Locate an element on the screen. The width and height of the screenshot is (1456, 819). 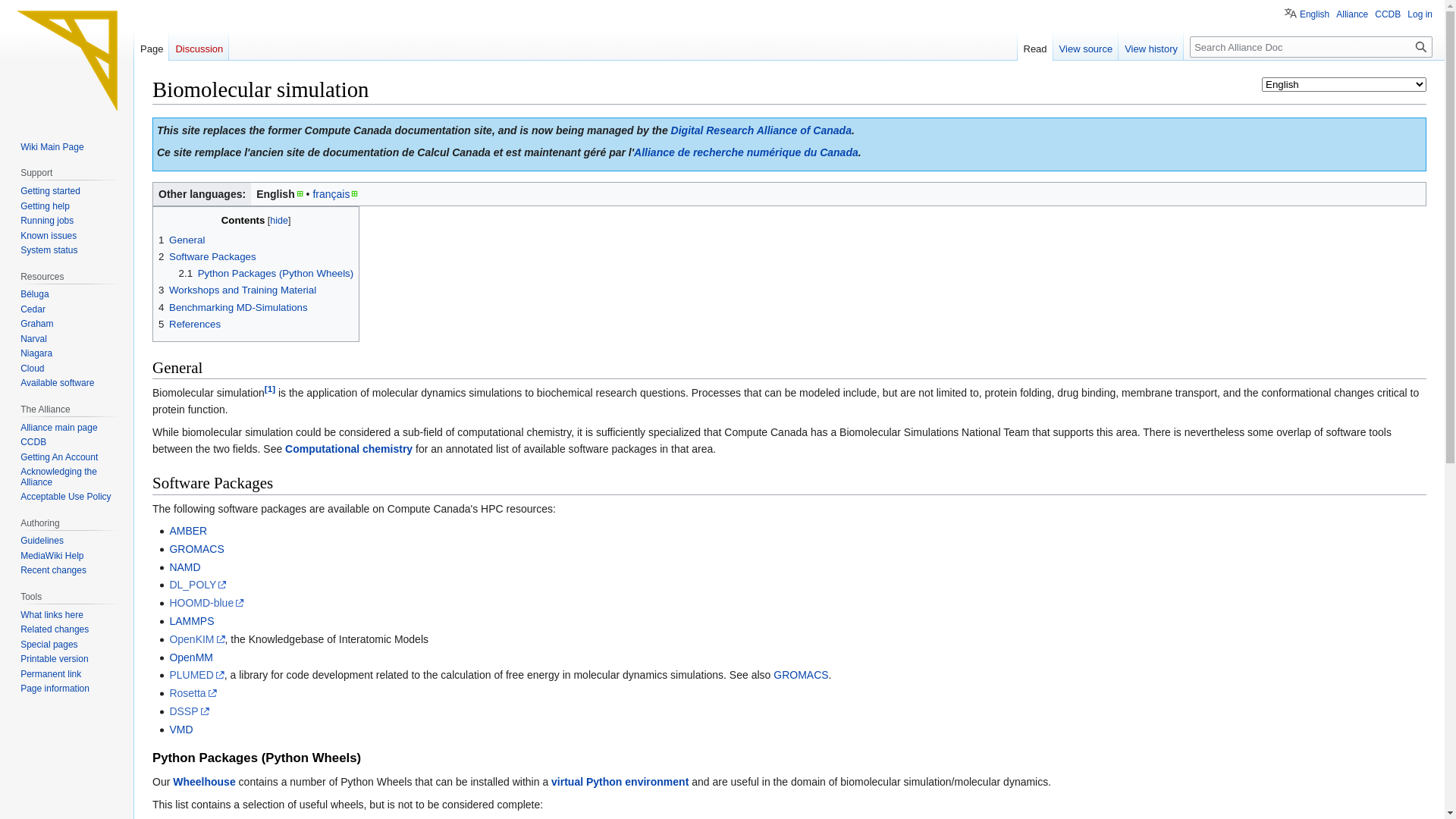
'Acknowledging the Alliance' is located at coordinates (58, 475).